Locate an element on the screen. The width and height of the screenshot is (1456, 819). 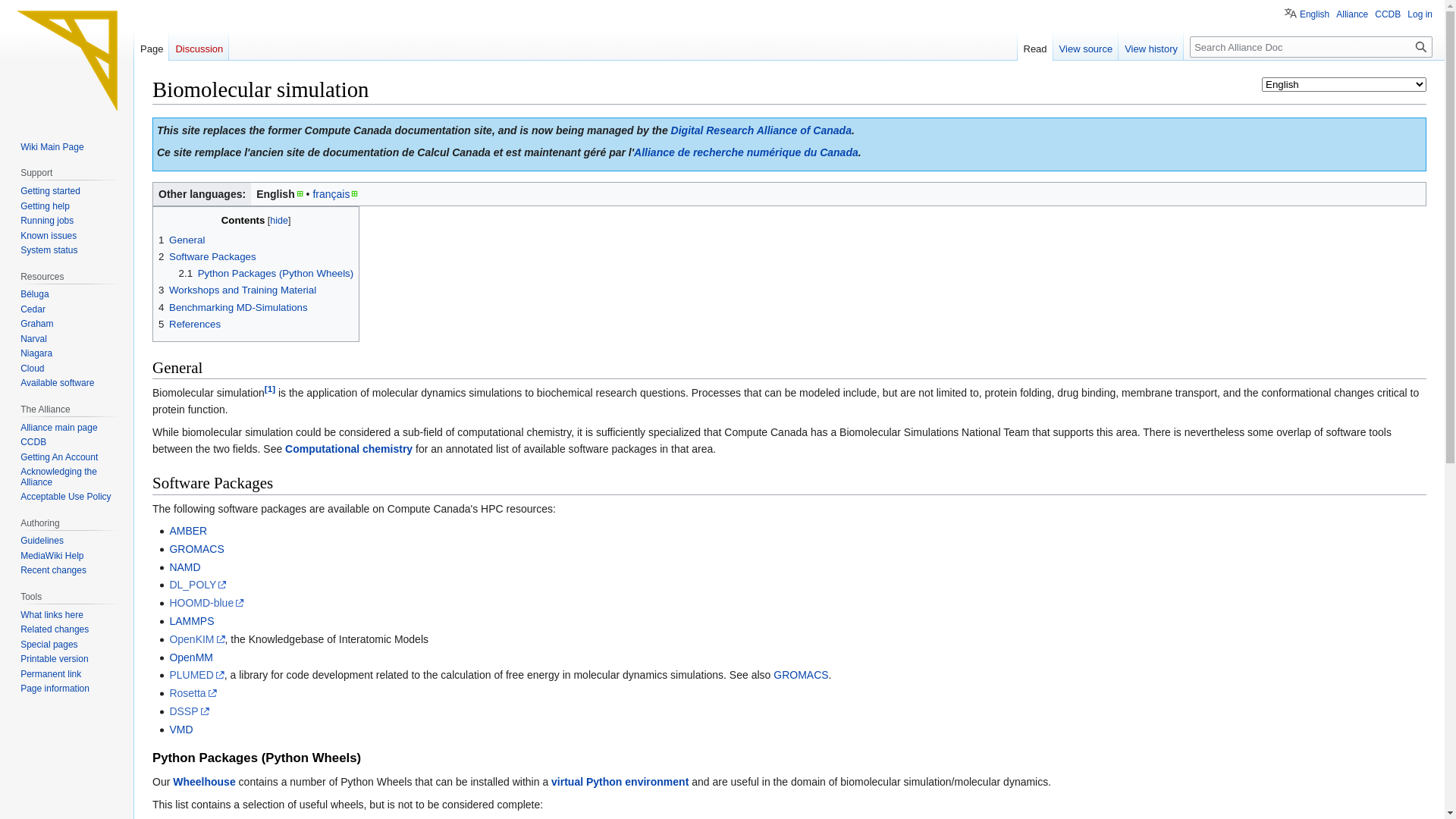
'Acknowledging the Alliance' is located at coordinates (58, 475).